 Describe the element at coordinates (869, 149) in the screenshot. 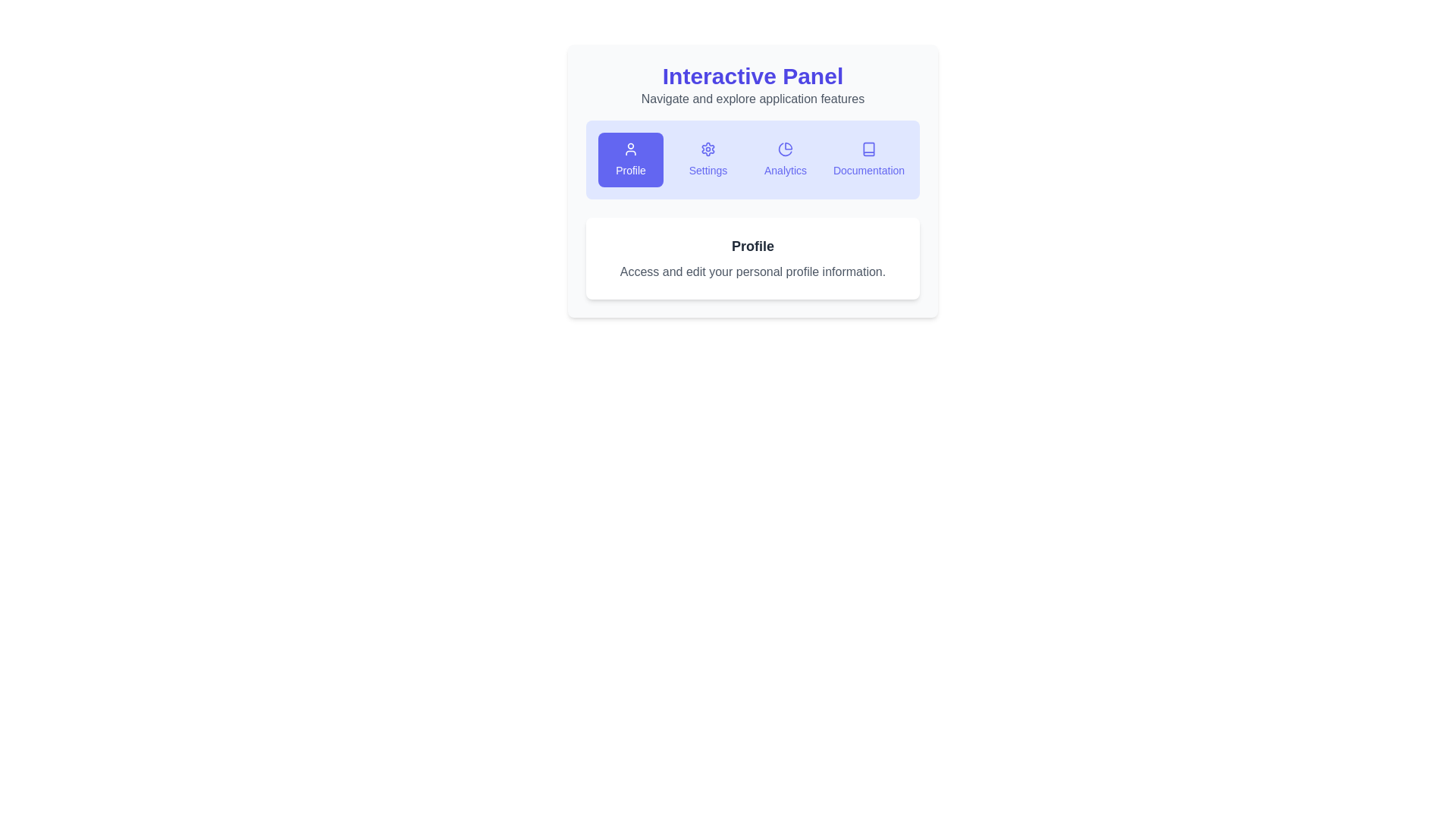

I see `the 'Documentation' icon located on the rightmost side of the top button row` at that location.